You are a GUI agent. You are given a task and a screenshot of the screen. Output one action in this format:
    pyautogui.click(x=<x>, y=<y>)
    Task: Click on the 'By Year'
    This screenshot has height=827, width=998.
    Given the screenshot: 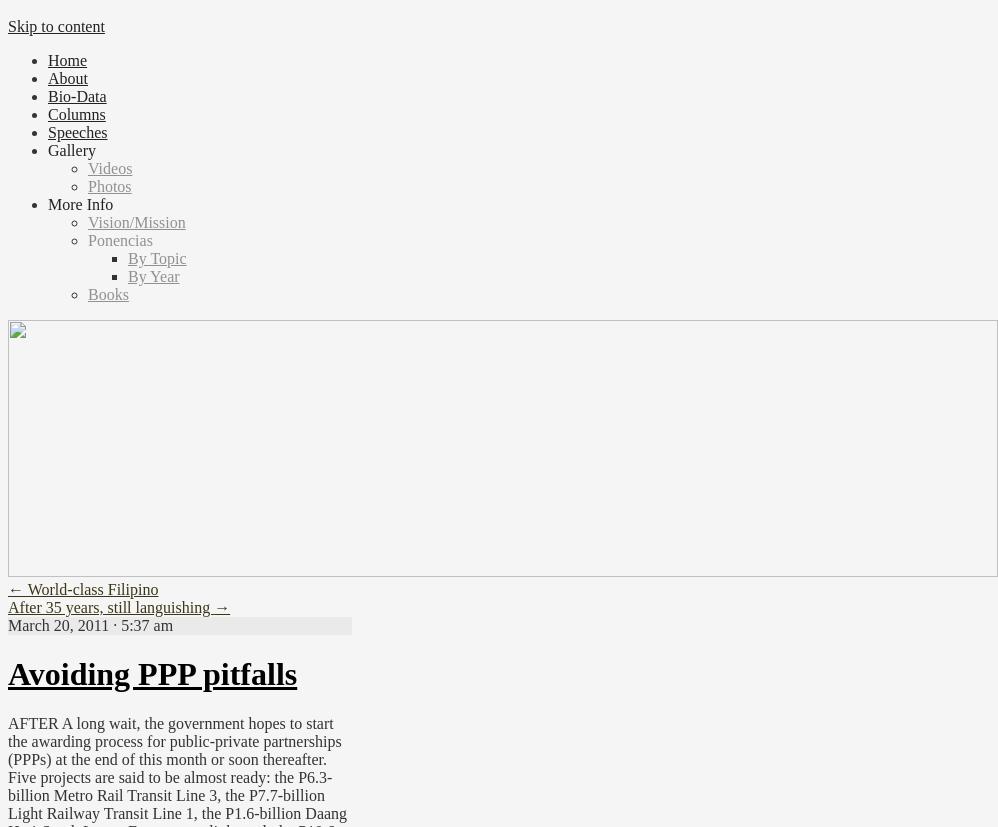 What is the action you would take?
    pyautogui.click(x=152, y=276)
    